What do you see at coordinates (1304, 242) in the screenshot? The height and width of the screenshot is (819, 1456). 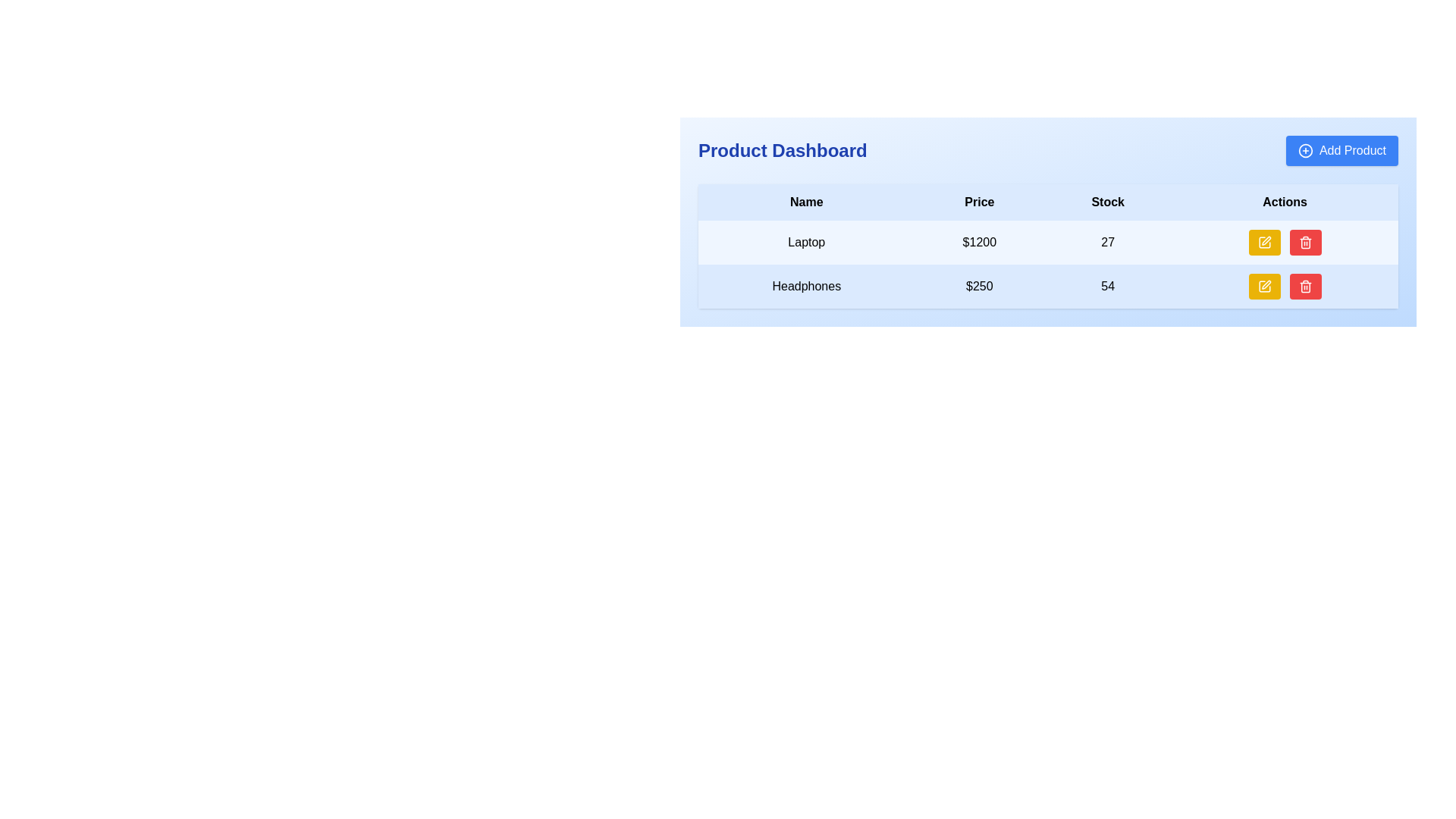 I see `the delete button located` at bounding box center [1304, 242].